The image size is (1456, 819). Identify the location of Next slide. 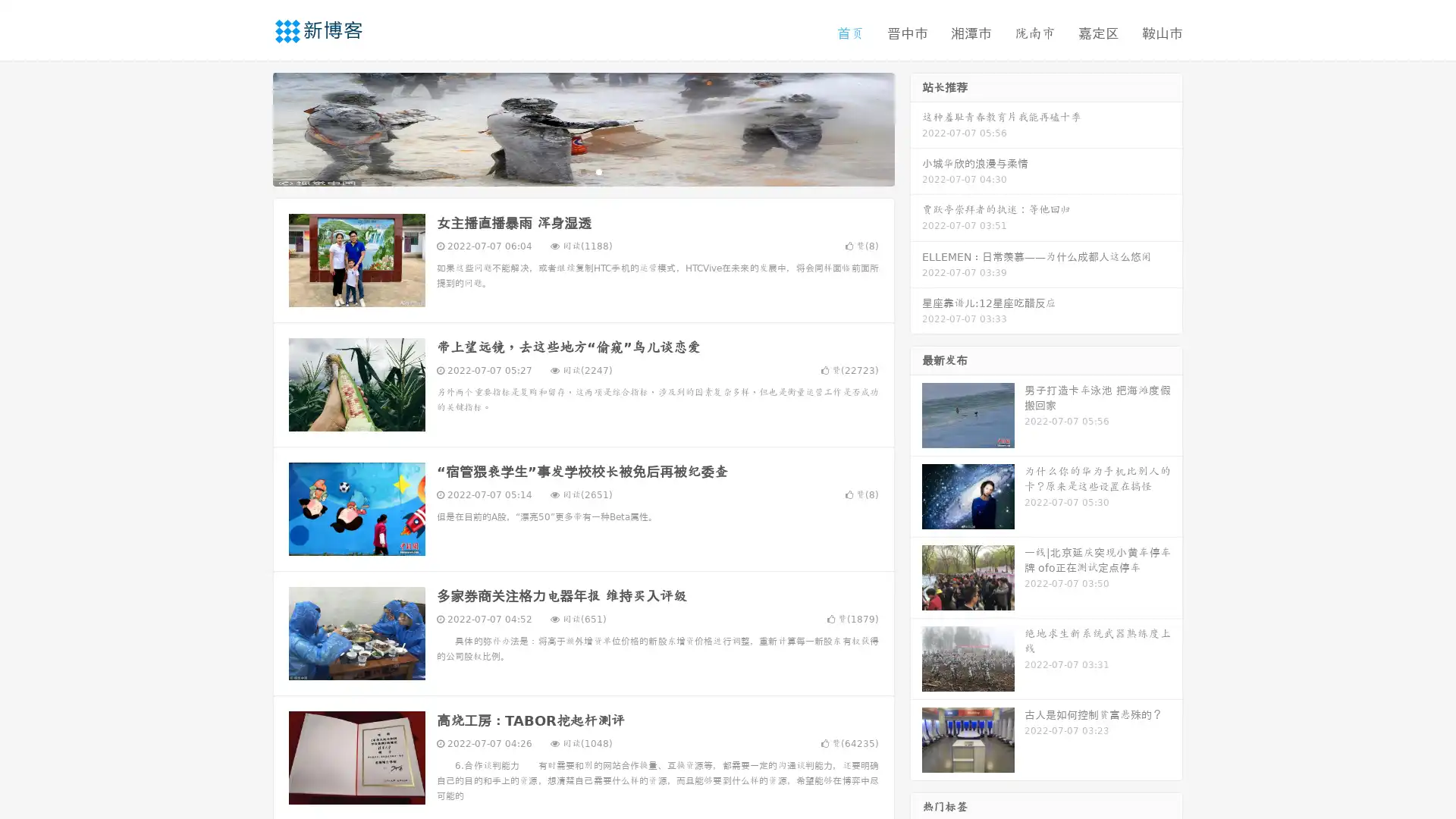
(916, 127).